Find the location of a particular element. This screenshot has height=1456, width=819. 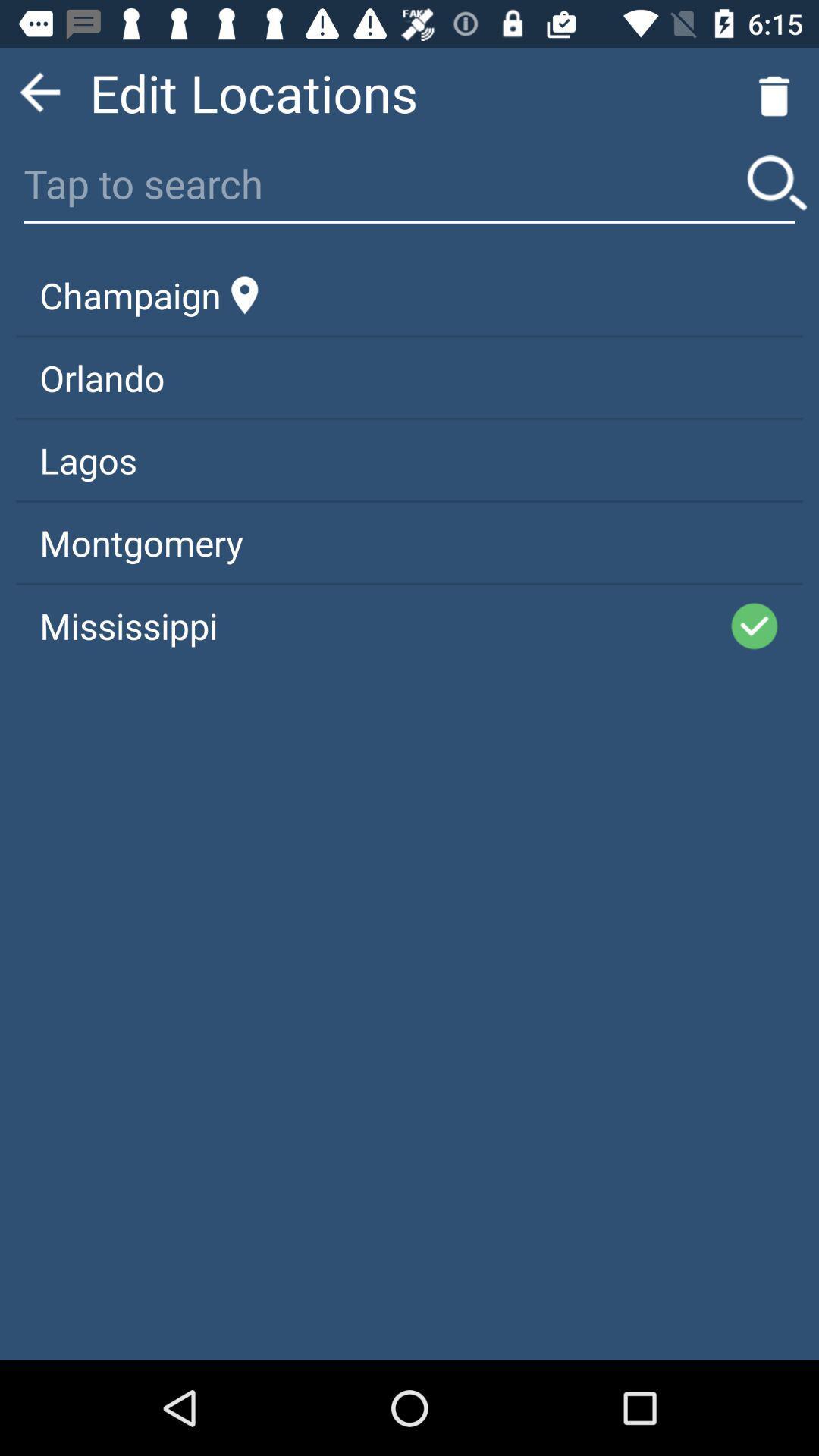

the search icon is located at coordinates (777, 195).